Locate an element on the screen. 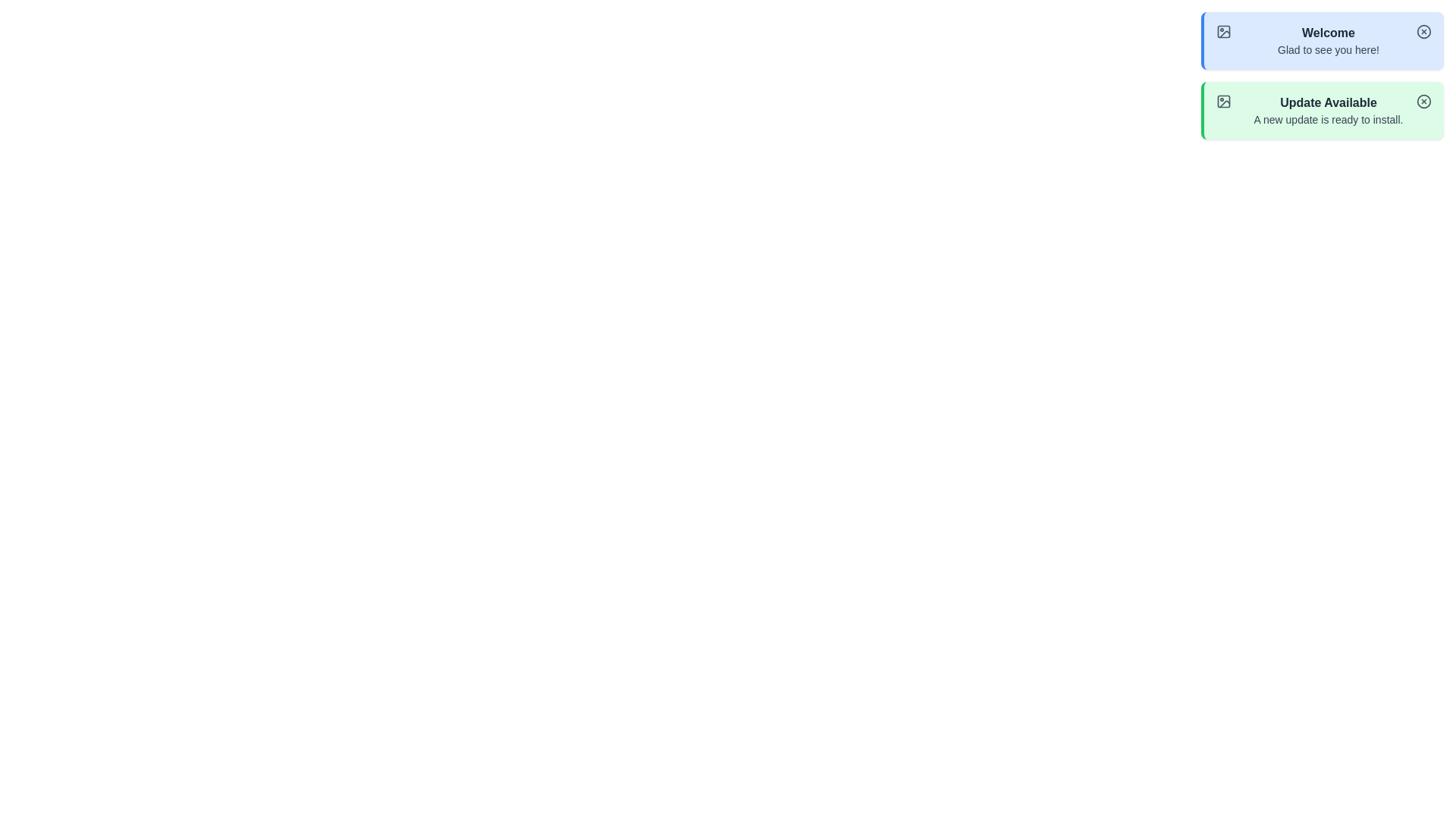  the image icon to focus or interact with it is located at coordinates (1223, 32).